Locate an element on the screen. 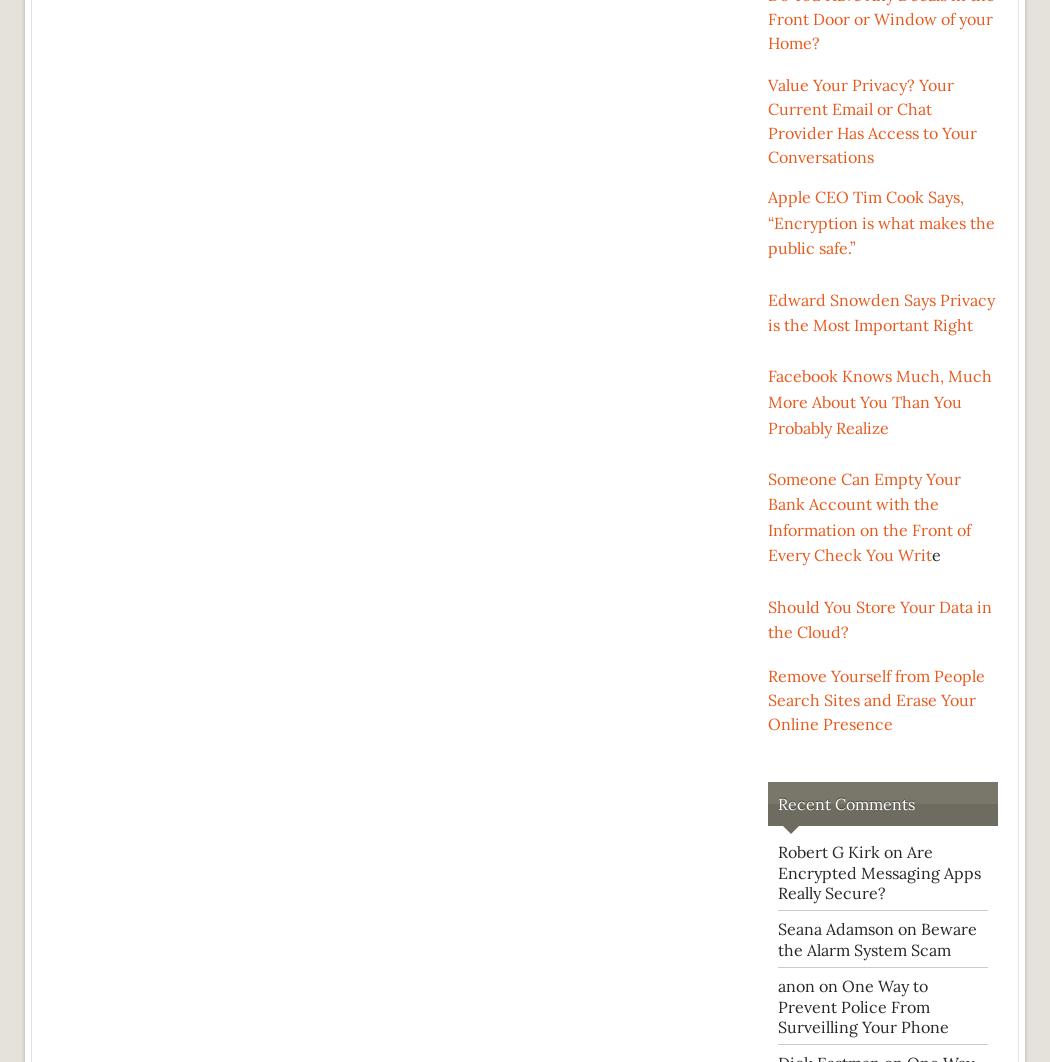 This screenshot has height=1062, width=1050. 'Should
      You Store Your Data in the Cloud?' is located at coordinates (879, 619).